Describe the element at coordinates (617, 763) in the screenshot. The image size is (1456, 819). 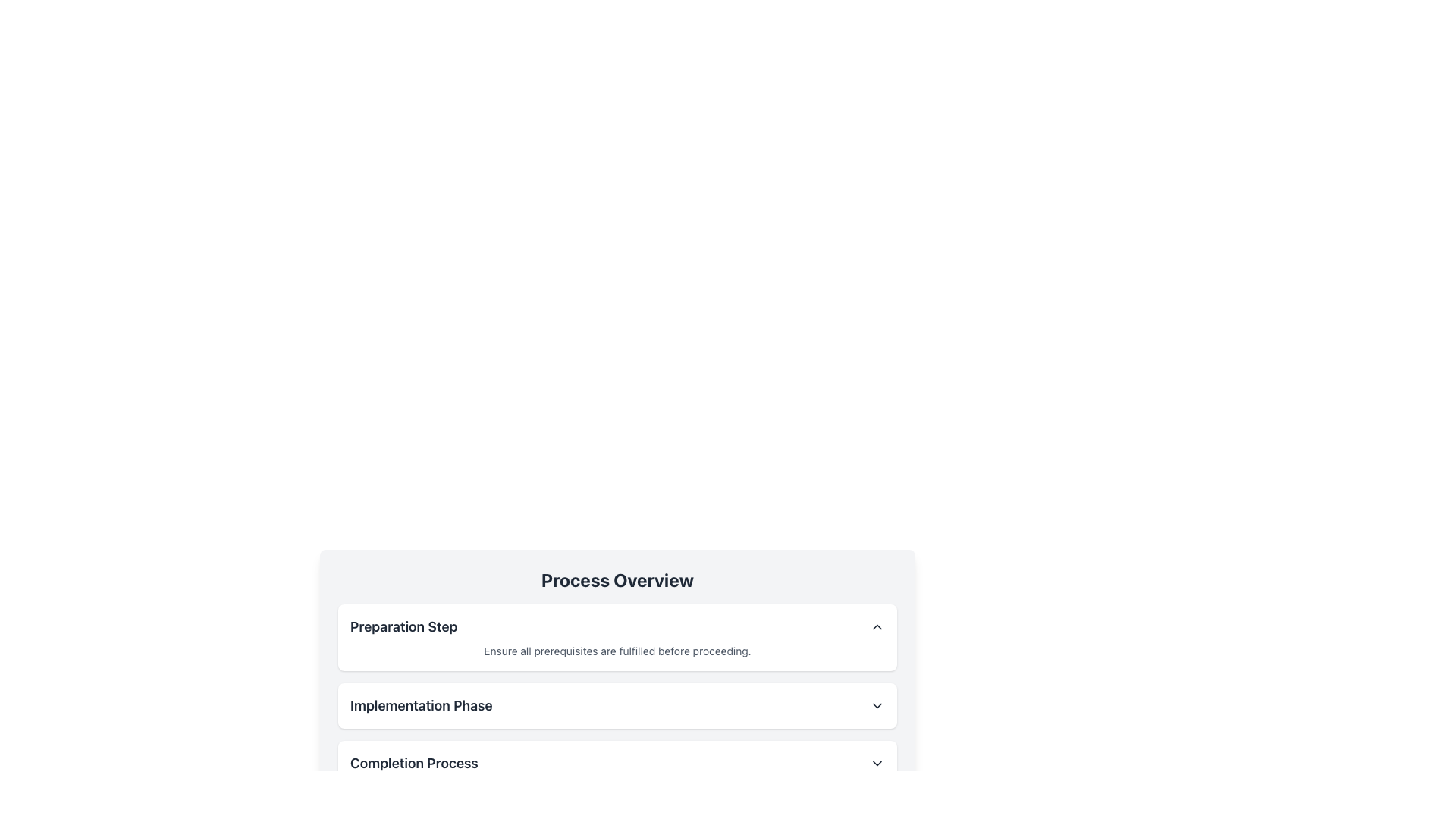
I see `the third entry in the vertical list of accordion-style dropdowns` at that location.